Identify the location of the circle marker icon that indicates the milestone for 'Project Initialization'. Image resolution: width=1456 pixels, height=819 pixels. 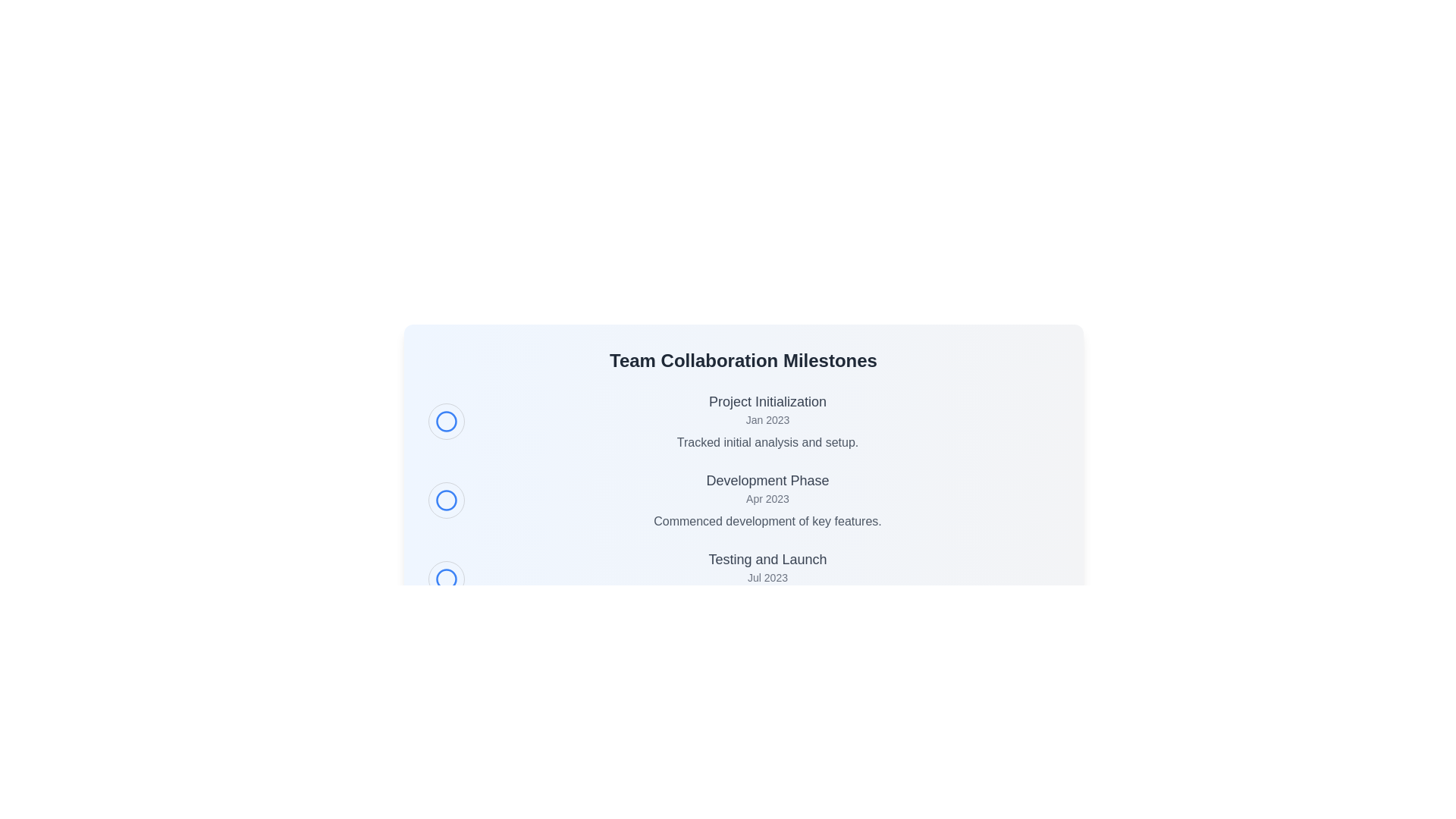
(445, 421).